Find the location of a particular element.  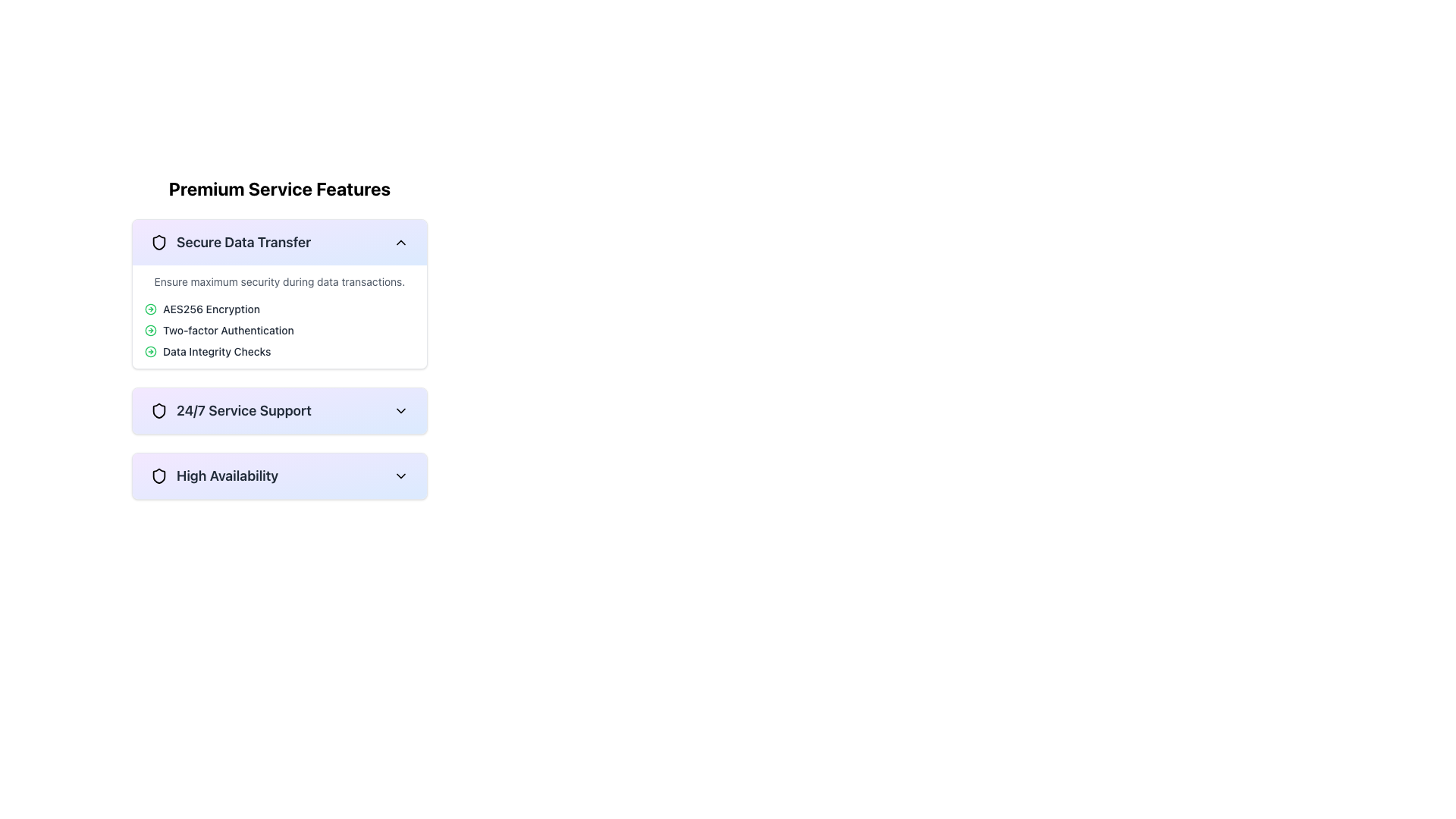

the 'Secure Data Transfer' text label, which features a bold font style and is aligned with a shield icon on the left is located at coordinates (243, 242).